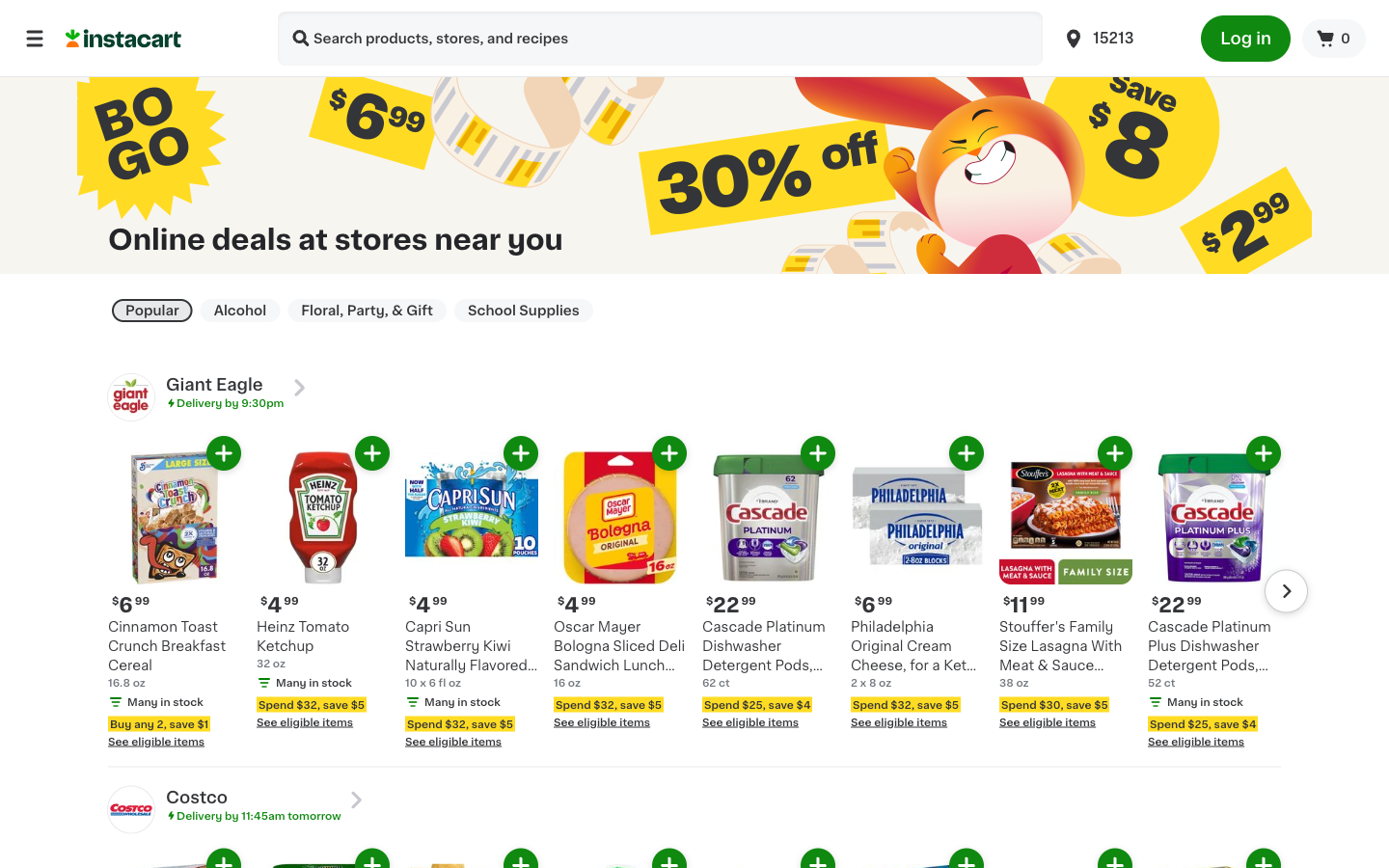  I want to click on Sort by Alcohol Category, so click(238, 310).